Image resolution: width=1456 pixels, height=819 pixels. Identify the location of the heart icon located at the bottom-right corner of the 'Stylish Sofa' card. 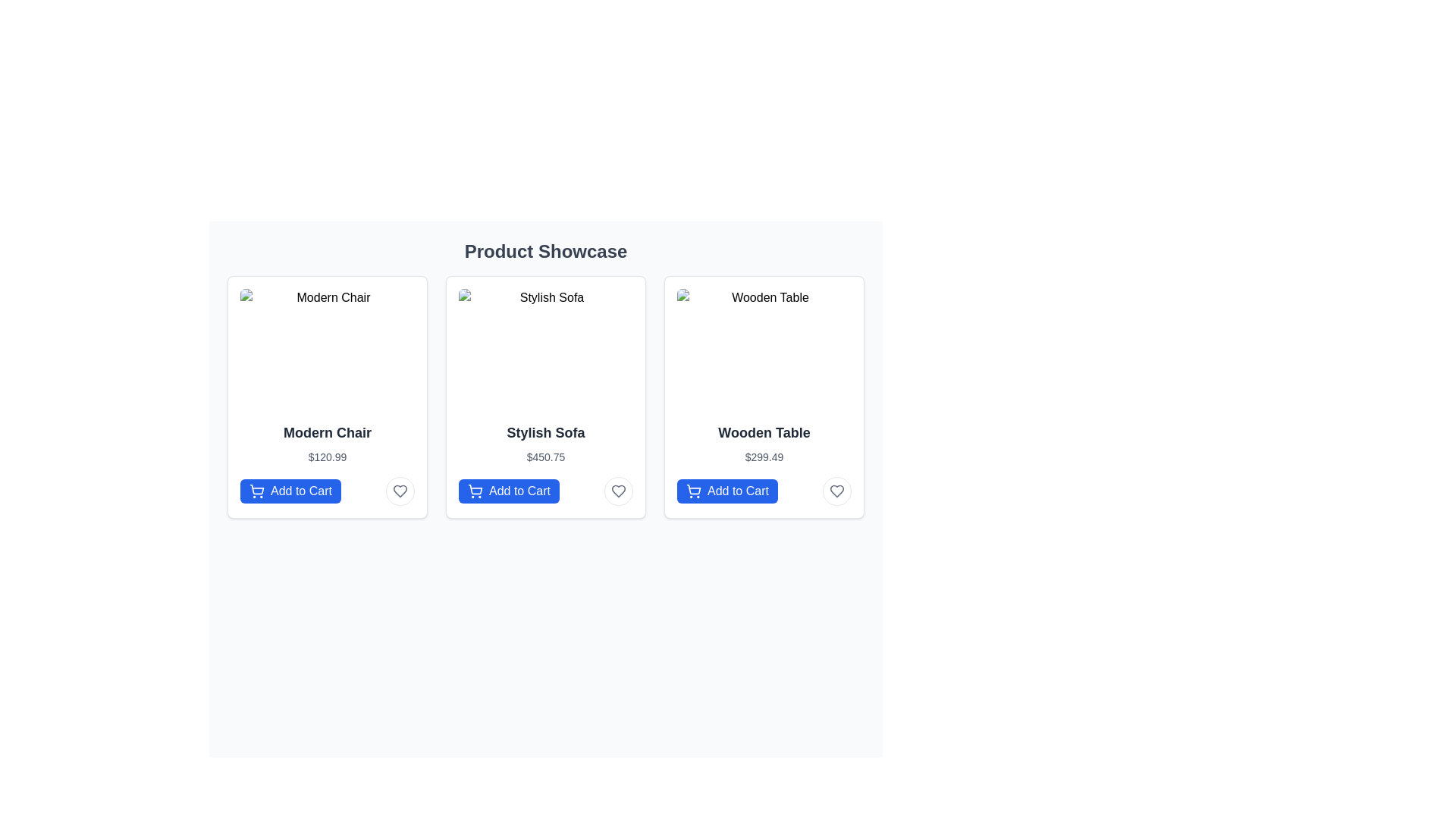
(619, 491).